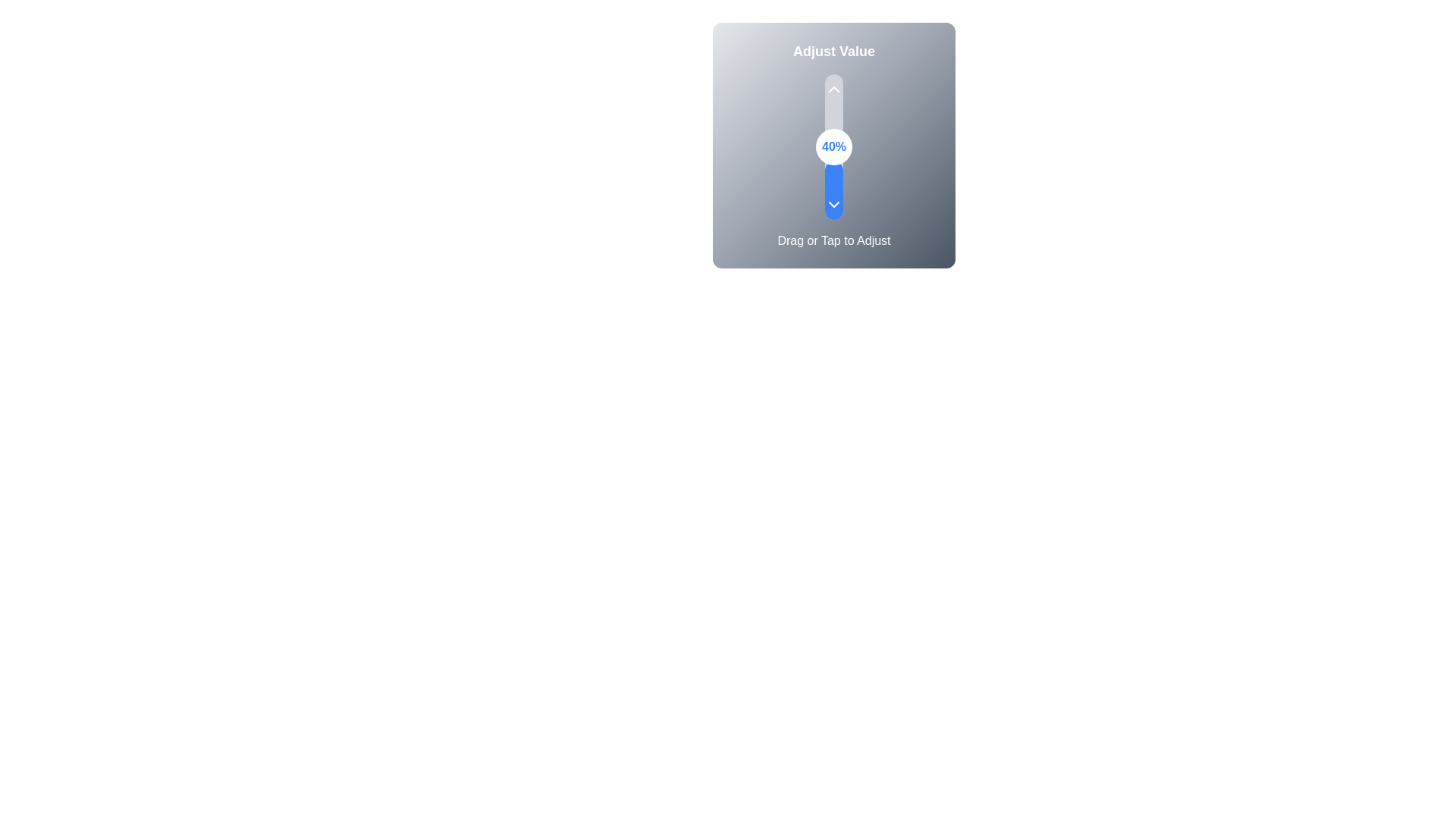  Describe the element at coordinates (833, 146) in the screenshot. I see `the circular badge displaying '40%' with a white background and blue text, which is centered in the middle of the vertical slider interface` at that location.